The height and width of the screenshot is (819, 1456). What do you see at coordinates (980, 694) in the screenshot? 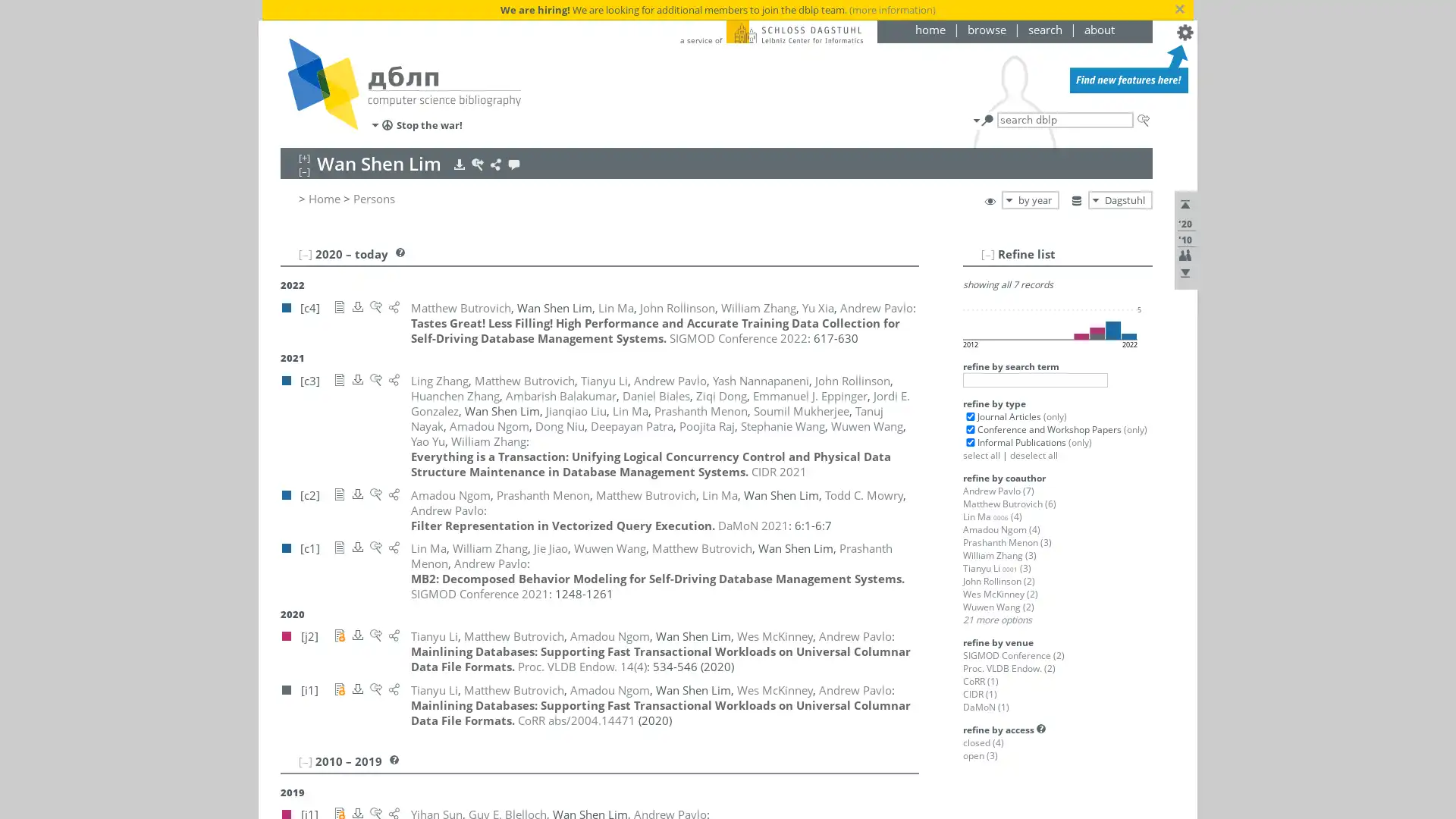
I see `CIDR (1)` at bounding box center [980, 694].